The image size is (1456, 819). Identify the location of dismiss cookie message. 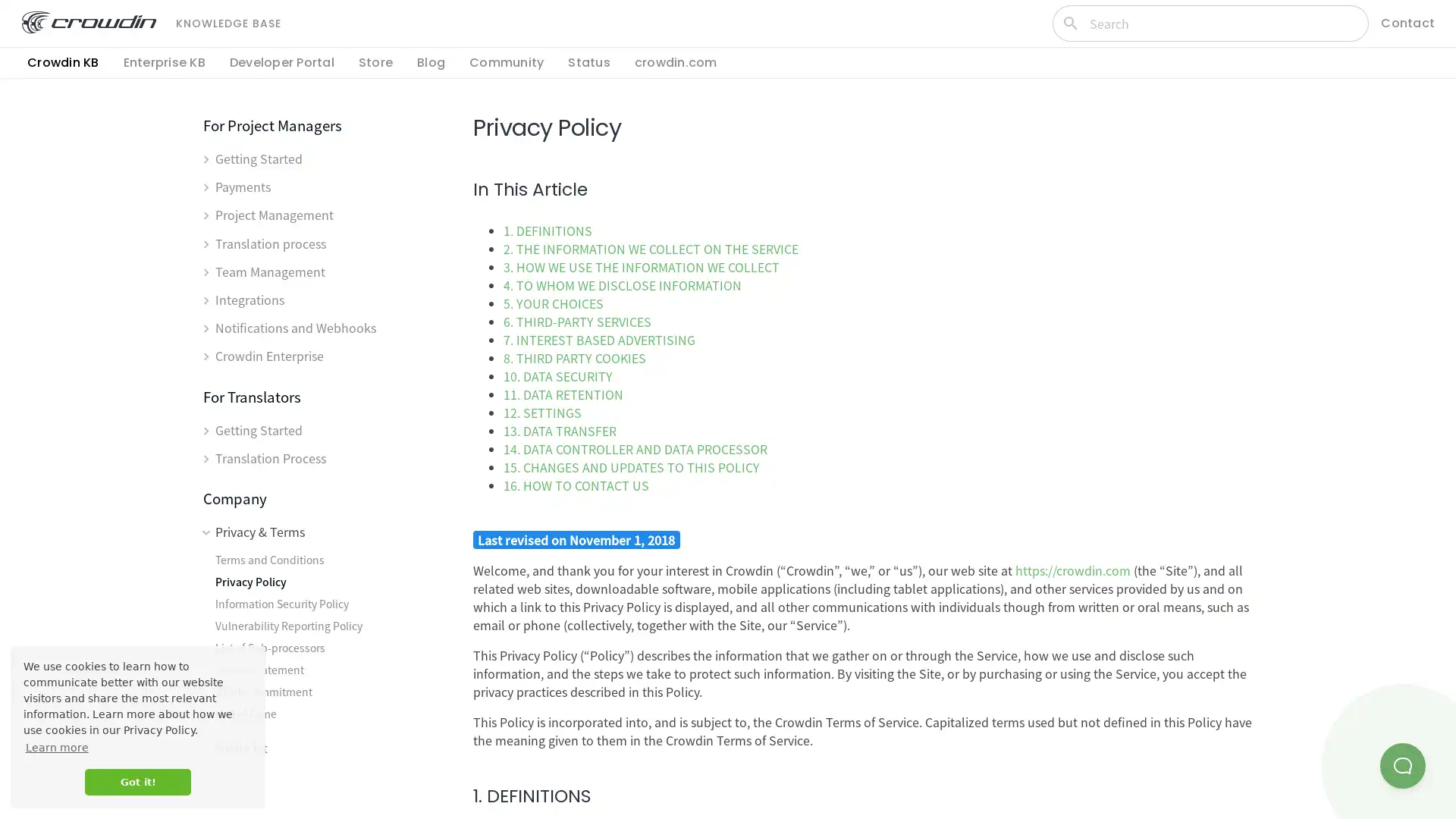
(138, 782).